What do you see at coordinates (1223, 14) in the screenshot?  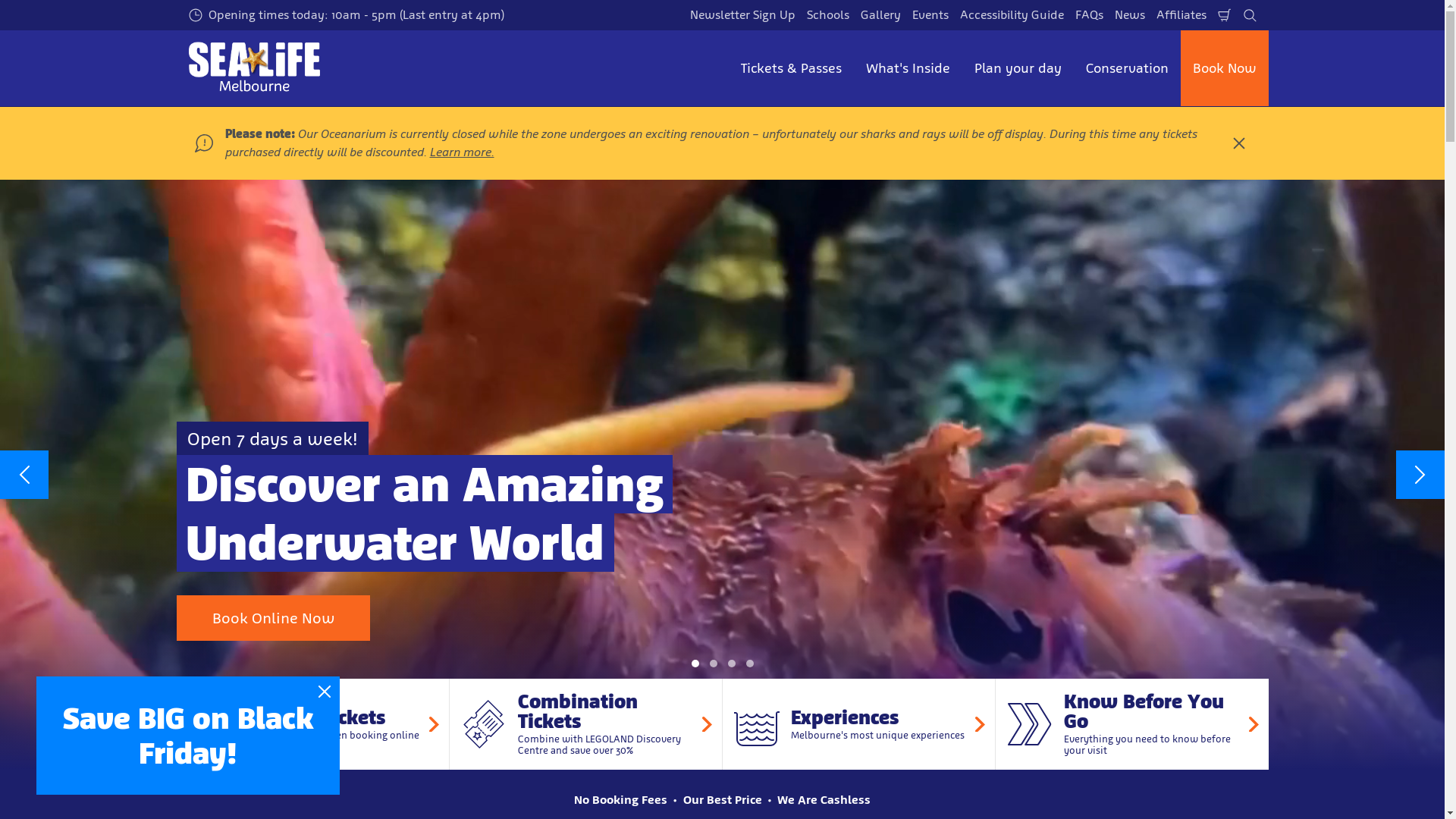 I see `'Shopping Cart'` at bounding box center [1223, 14].